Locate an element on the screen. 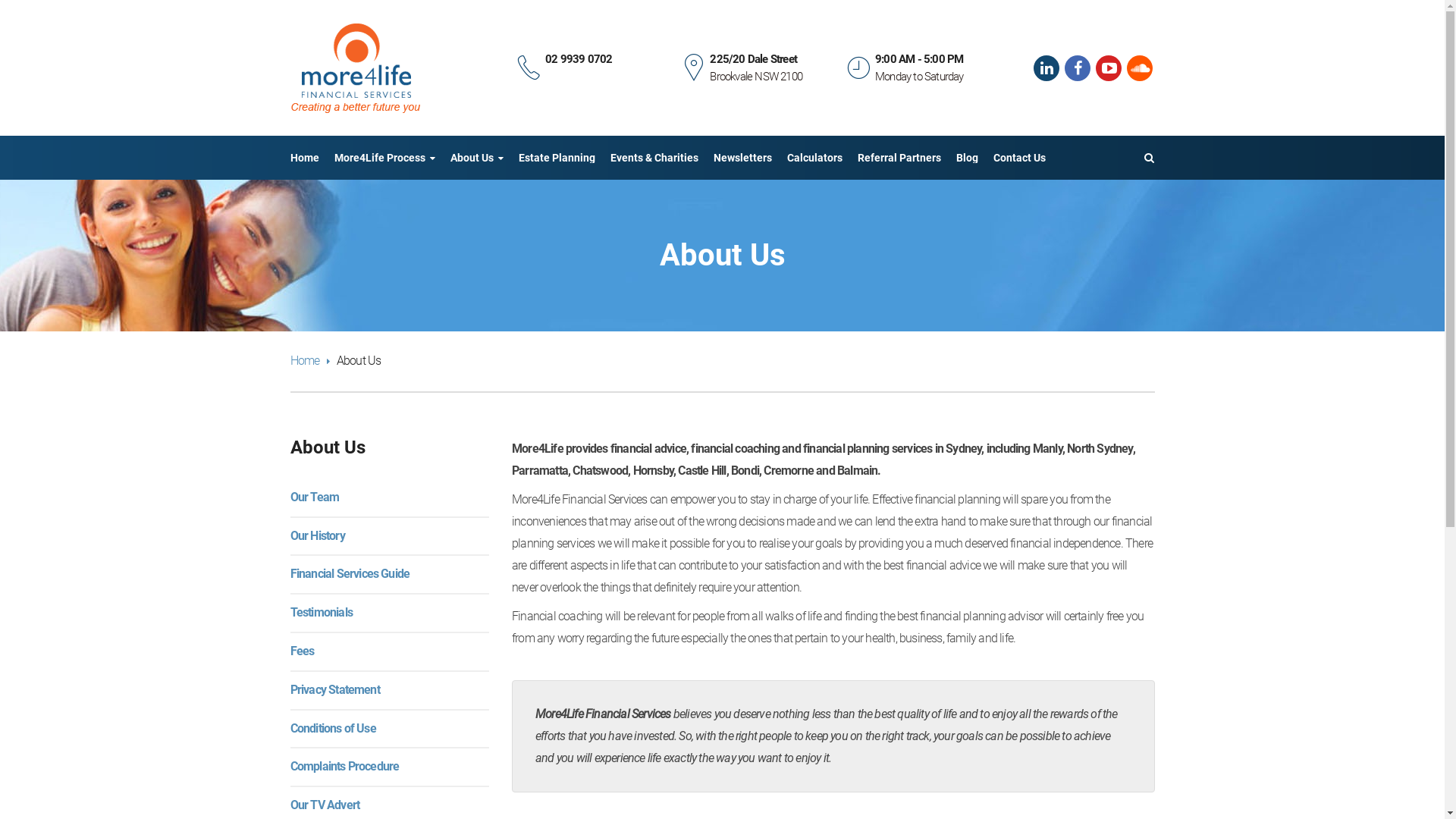 This screenshot has height=819, width=1456. 'Home' is located at coordinates (303, 158).